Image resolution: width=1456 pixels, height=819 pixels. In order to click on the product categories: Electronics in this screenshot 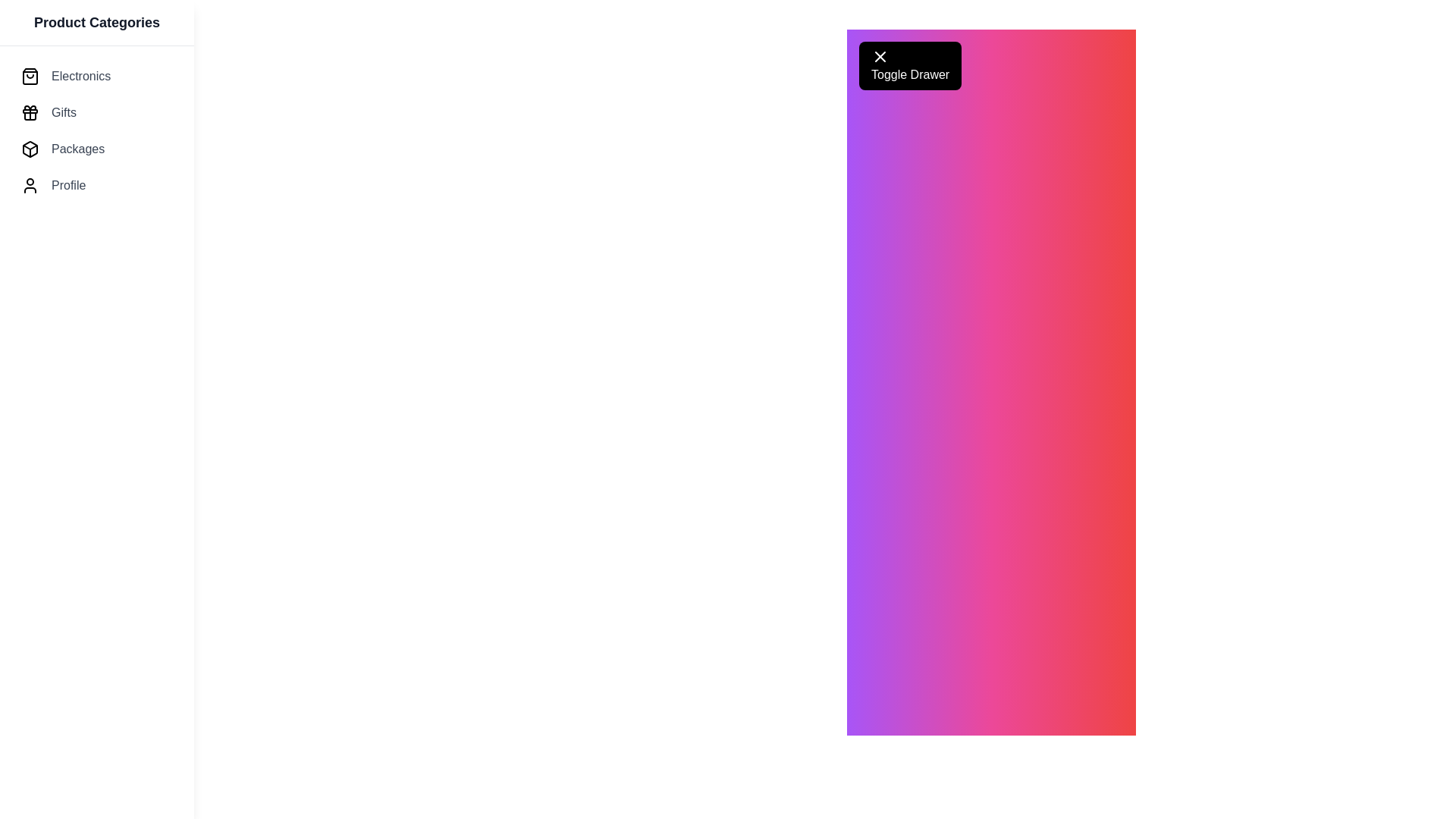, I will do `click(96, 76)`.